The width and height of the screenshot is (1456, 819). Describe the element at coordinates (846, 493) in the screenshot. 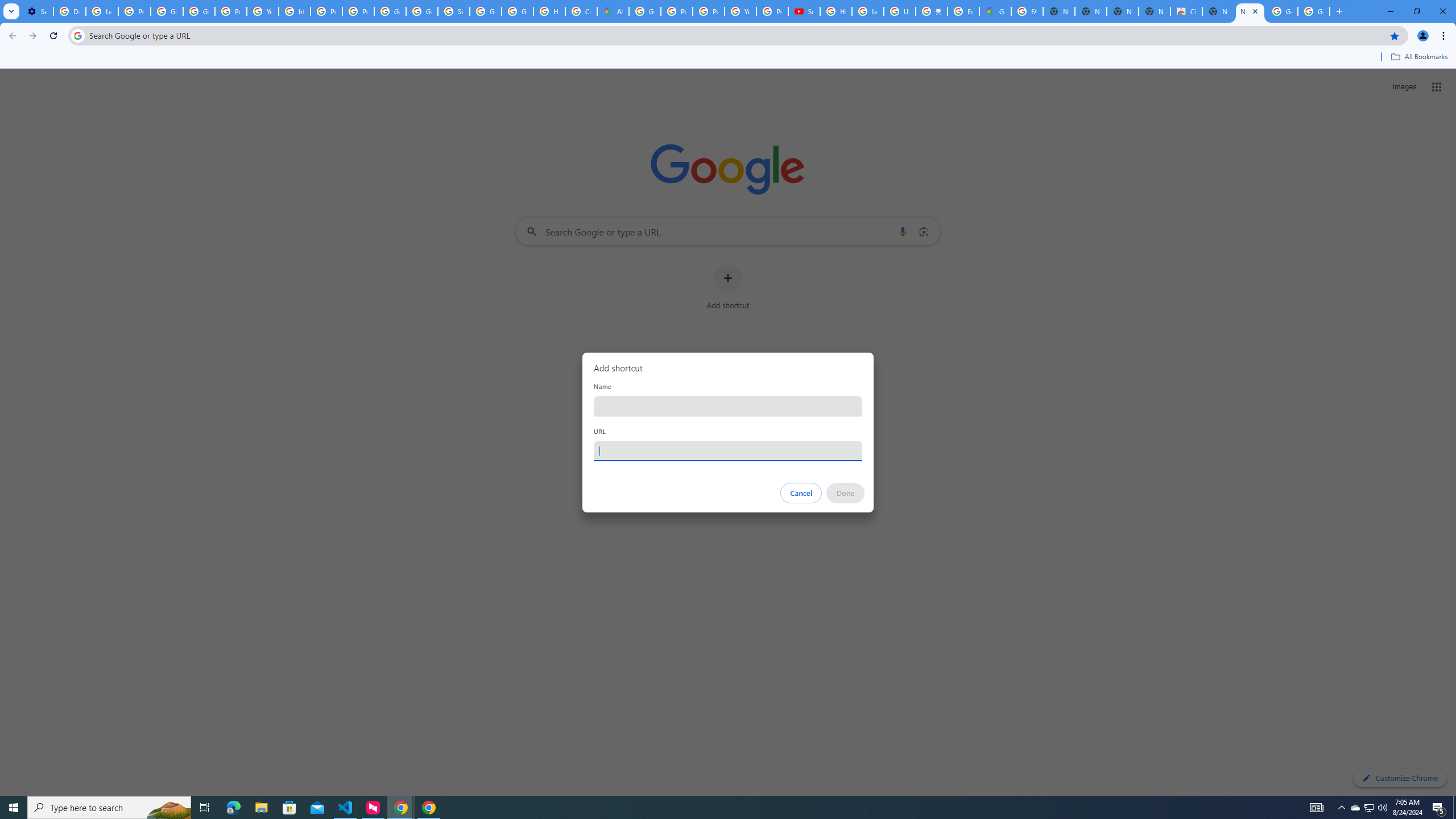

I see `'Done'` at that location.